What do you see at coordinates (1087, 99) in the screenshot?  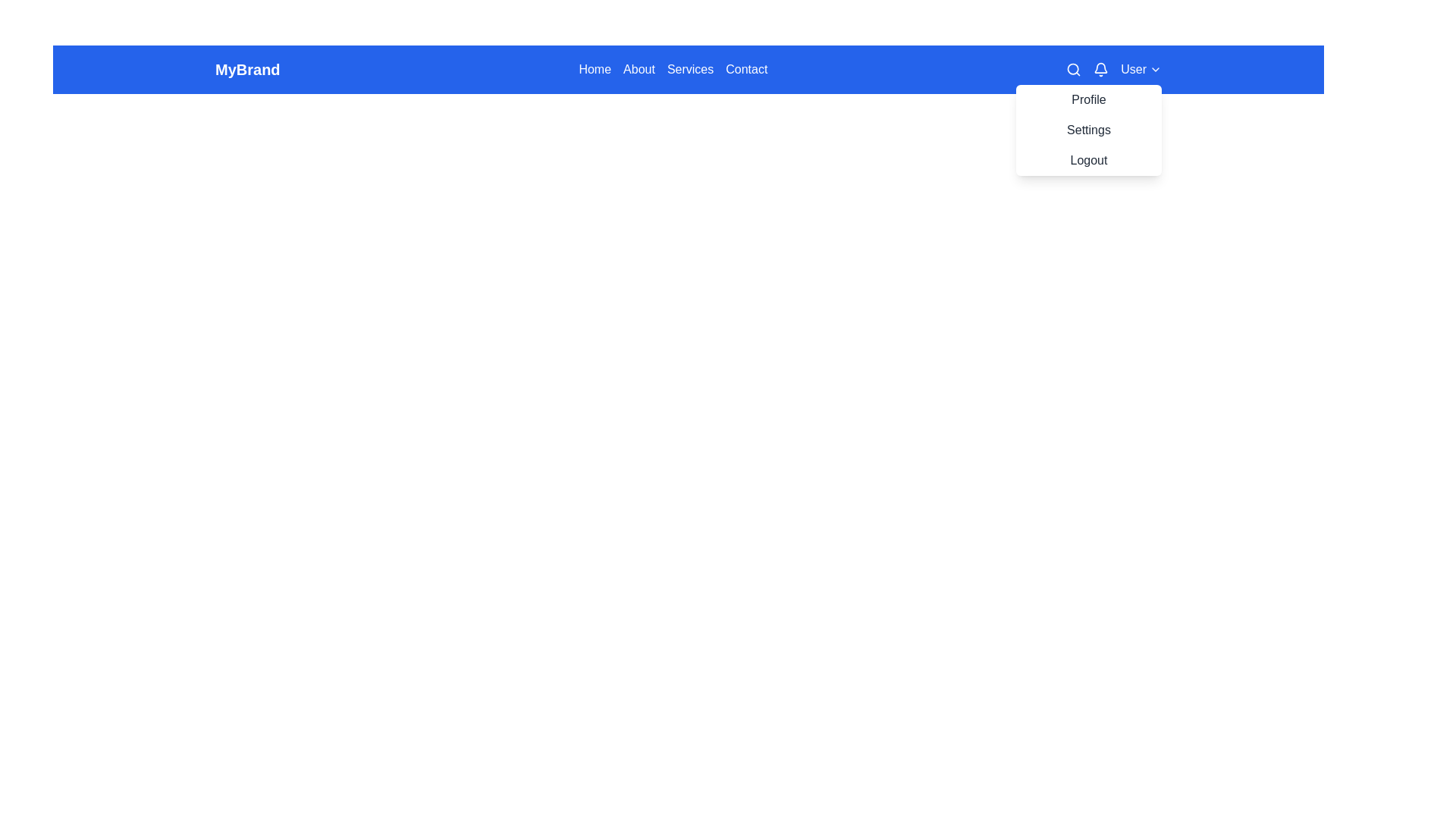 I see `the 'Profile' dropdown menu item, which is the first option in the dropdown located under the 'User' label in the top-right corner of the interface` at bounding box center [1087, 99].